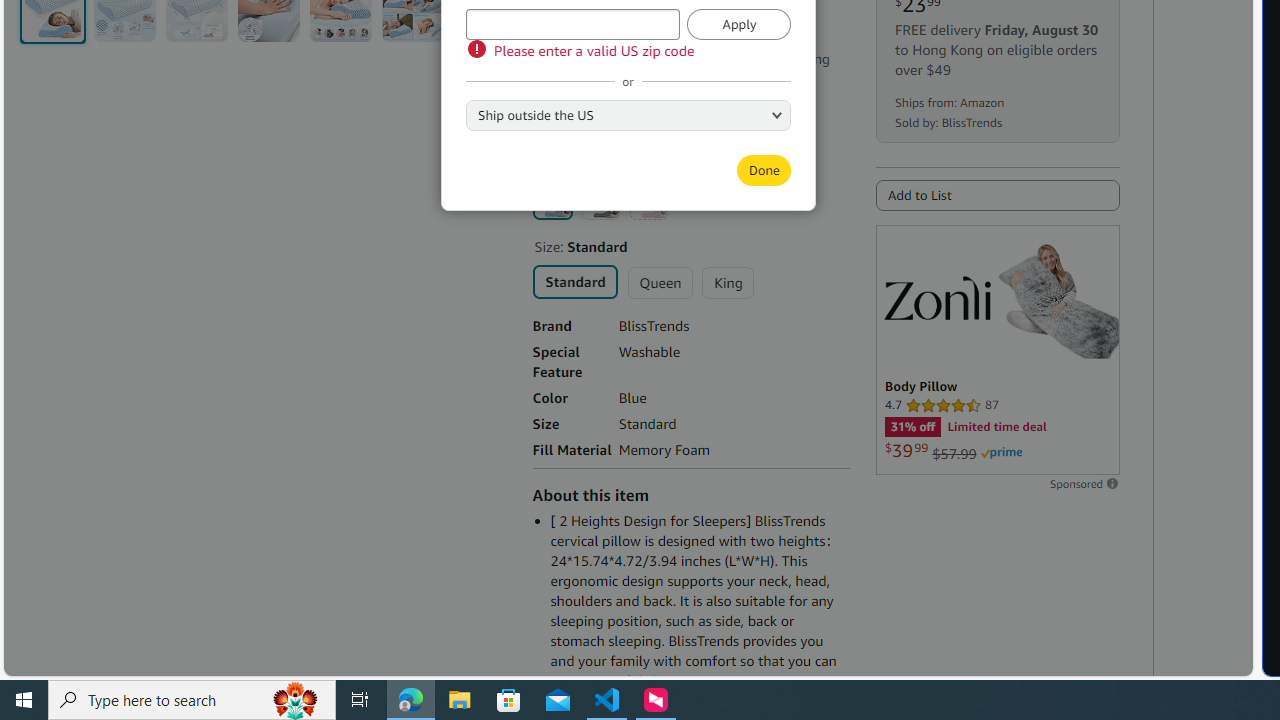 This screenshot has width=1280, height=720. What do you see at coordinates (573, 281) in the screenshot?
I see `'Standard'` at bounding box center [573, 281].